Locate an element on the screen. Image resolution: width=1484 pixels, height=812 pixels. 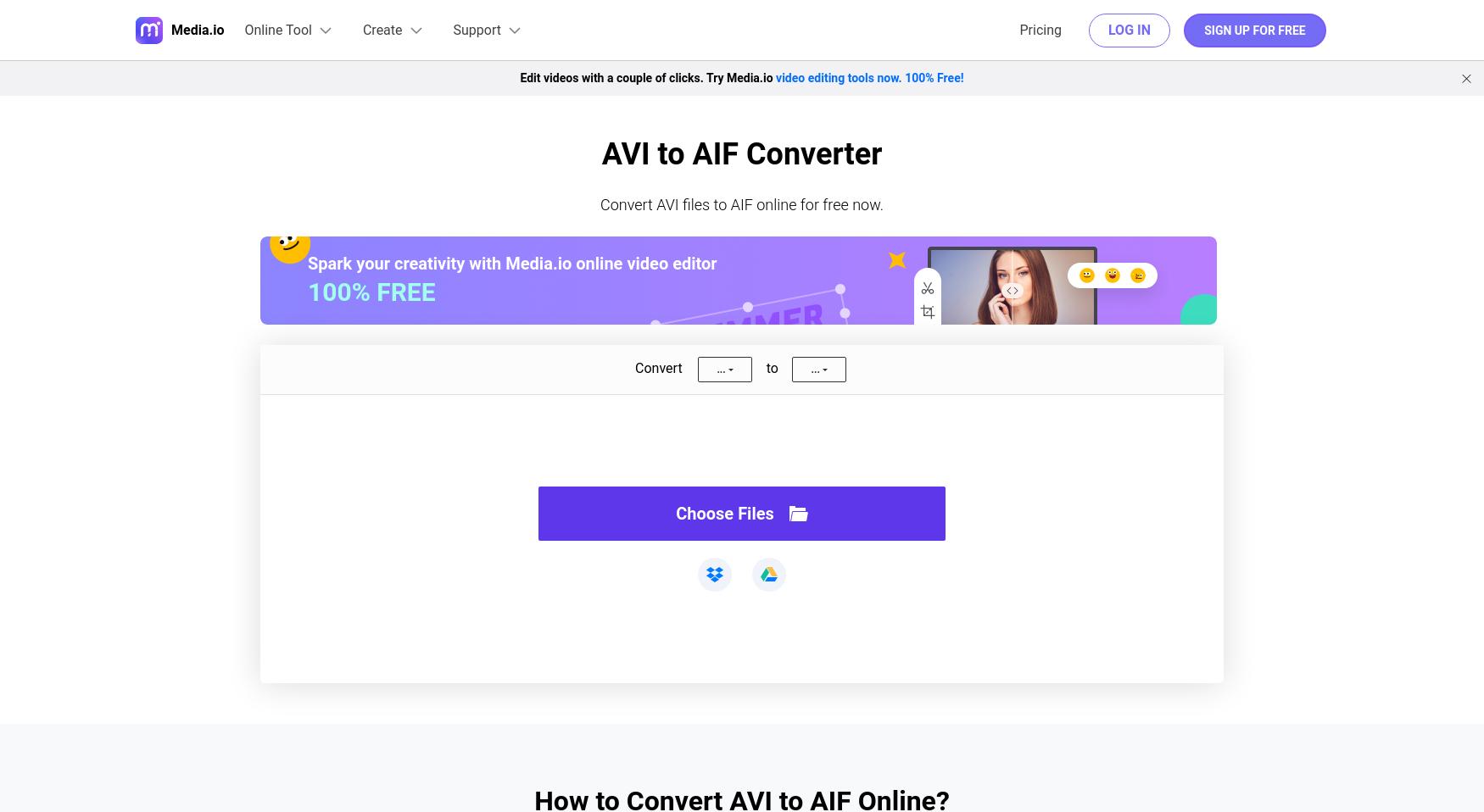
'Support' is located at coordinates (476, 29).